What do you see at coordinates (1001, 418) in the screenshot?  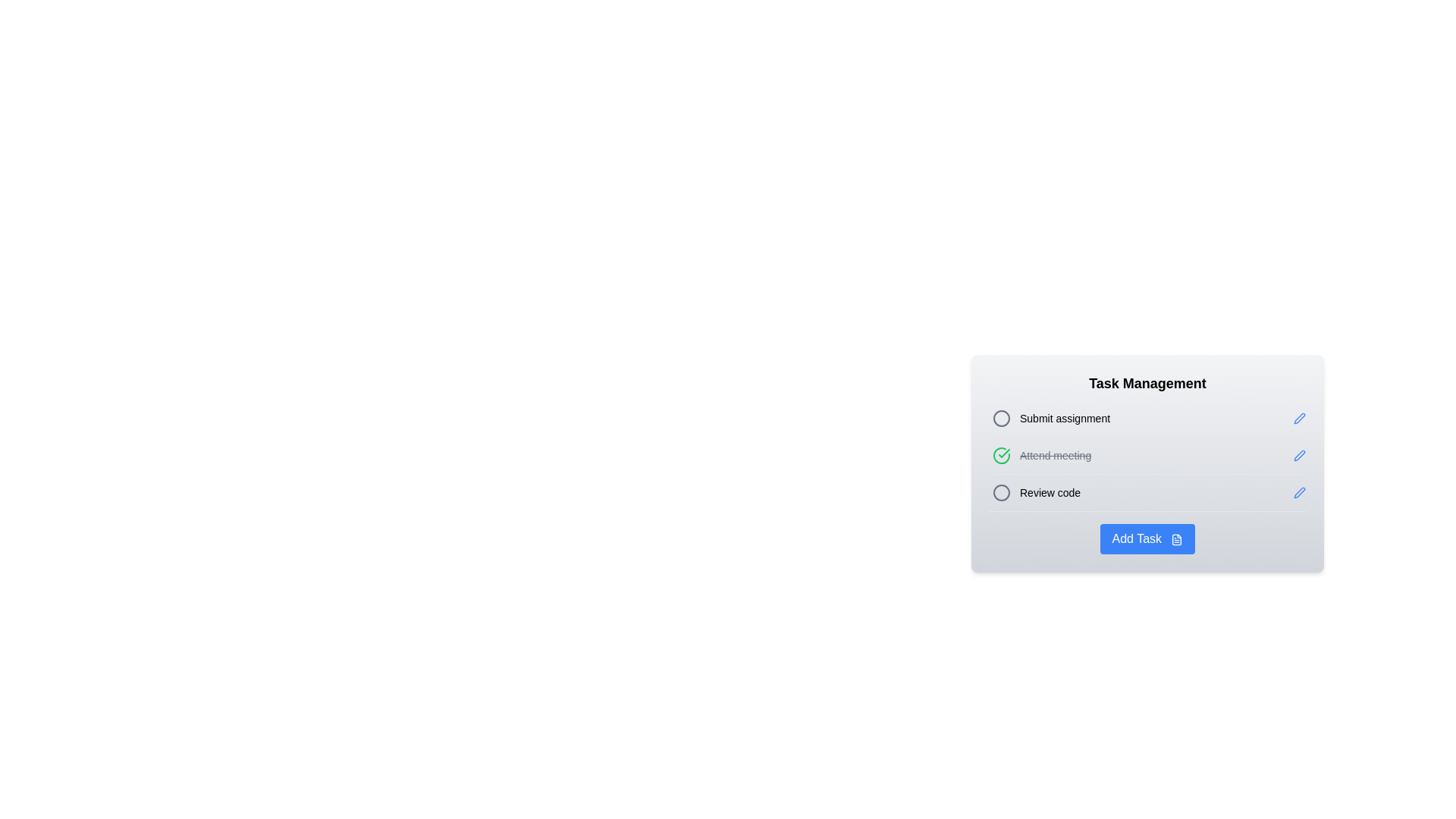 I see `the gray circular icon with a hollow center located next to the 'Submit assignment' task in the task management interface` at bounding box center [1001, 418].